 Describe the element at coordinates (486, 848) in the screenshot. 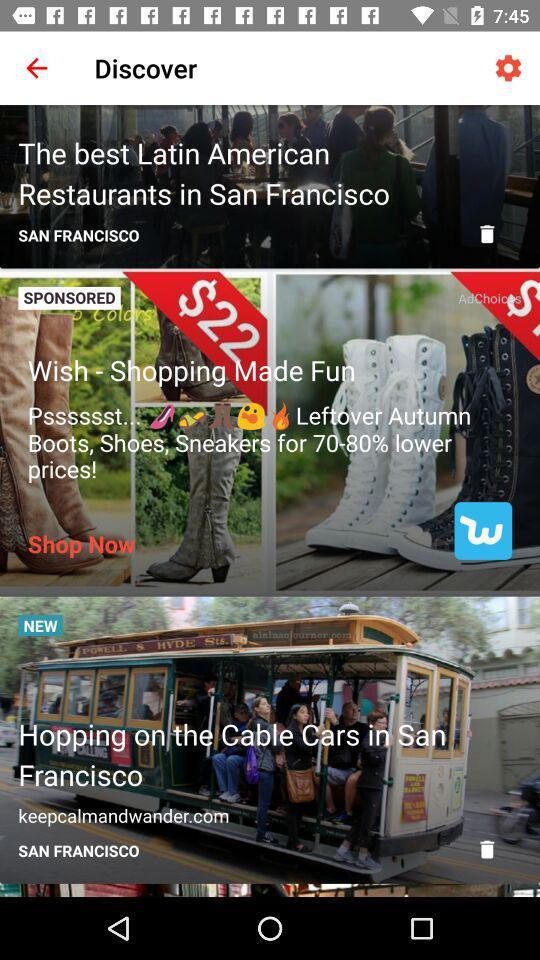

I see `remove article from feed` at that location.